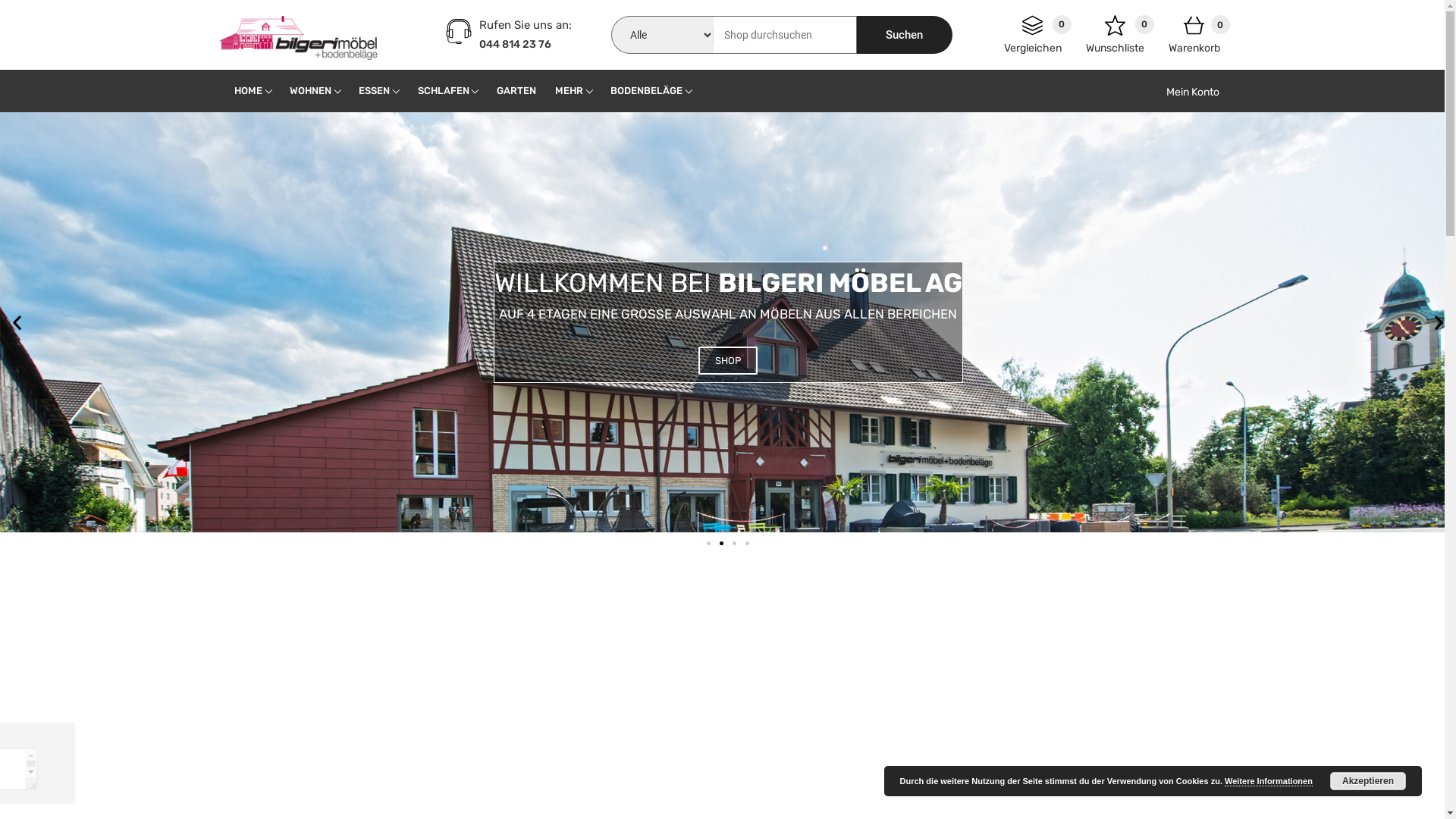  Describe the element at coordinates (1269, 781) in the screenshot. I see `'Weitere Informationen'` at that location.